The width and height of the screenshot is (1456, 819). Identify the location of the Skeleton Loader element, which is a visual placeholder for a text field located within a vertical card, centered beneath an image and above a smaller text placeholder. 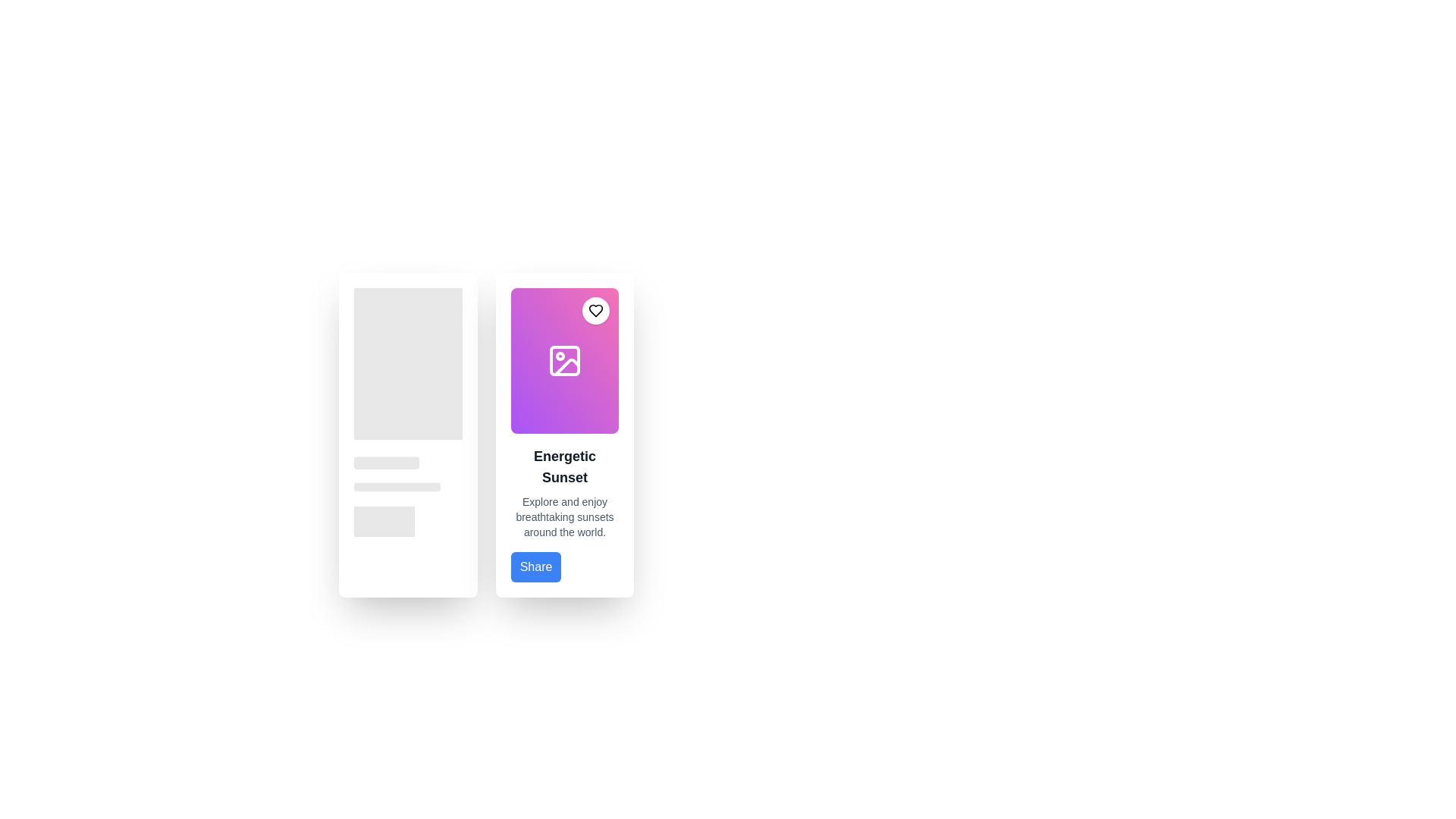
(386, 462).